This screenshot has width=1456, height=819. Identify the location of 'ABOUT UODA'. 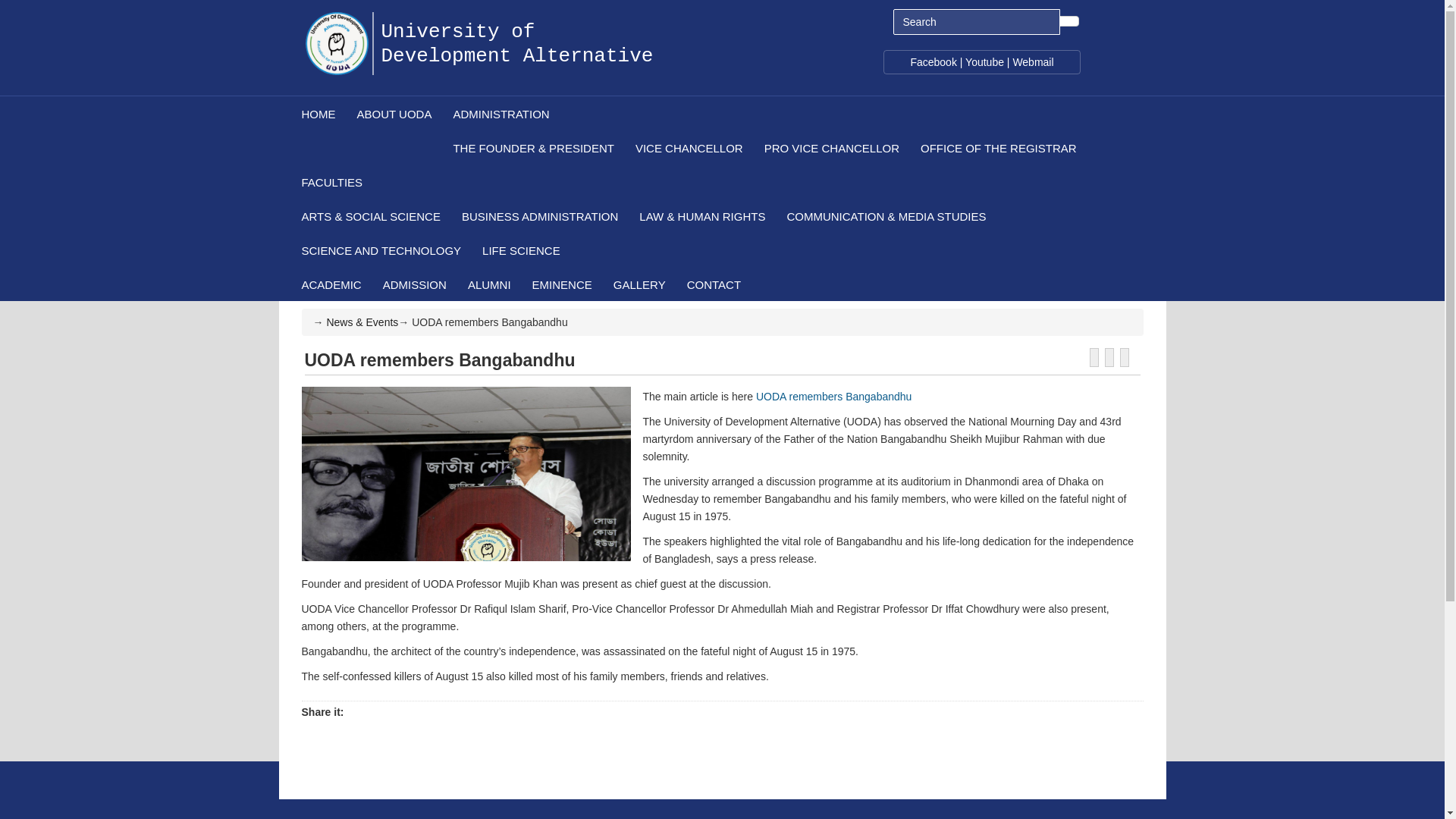
(394, 112).